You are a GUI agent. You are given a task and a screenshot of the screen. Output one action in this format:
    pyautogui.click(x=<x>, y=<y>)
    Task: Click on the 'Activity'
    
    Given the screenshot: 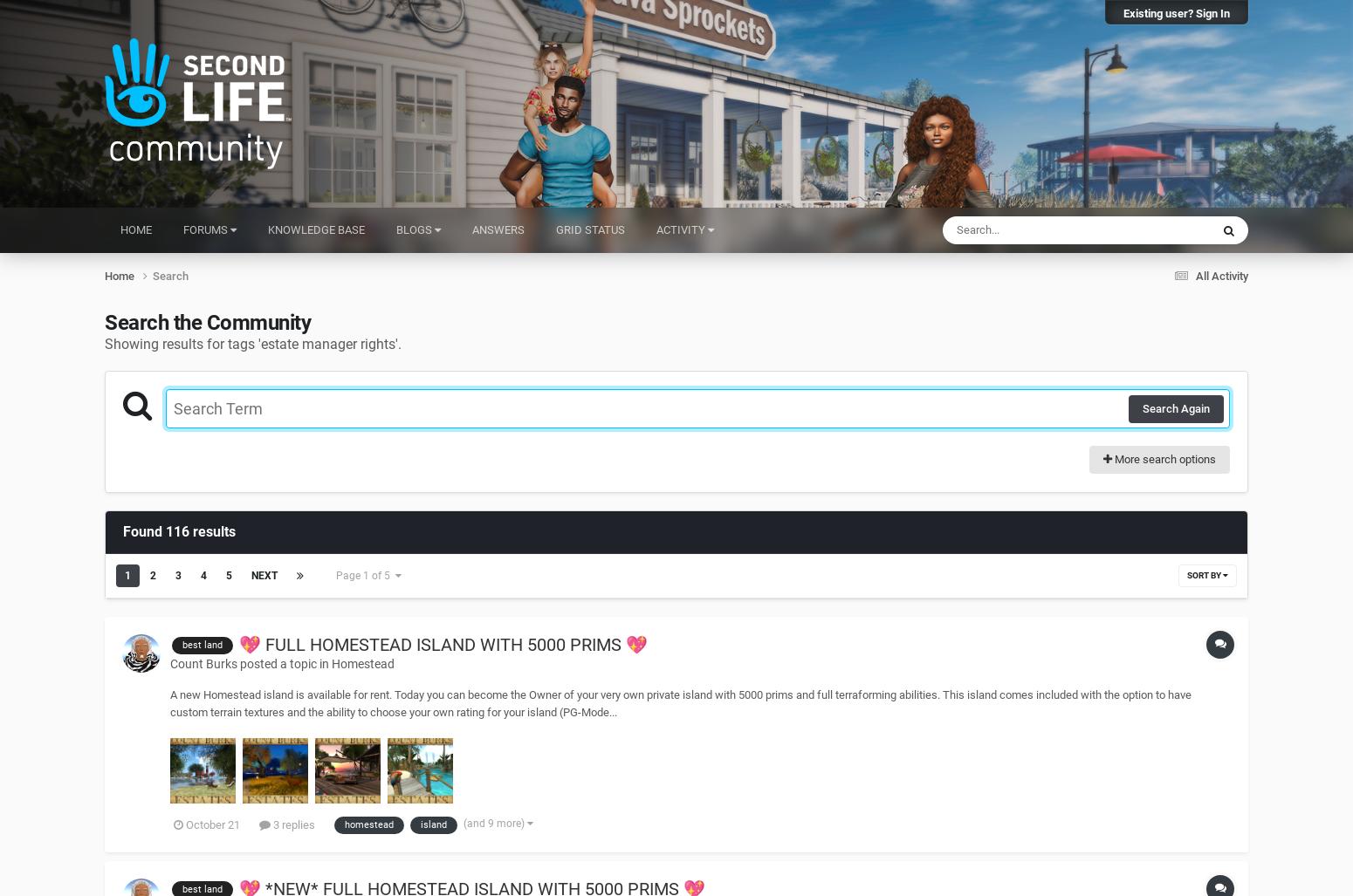 What is the action you would take?
    pyautogui.click(x=681, y=229)
    